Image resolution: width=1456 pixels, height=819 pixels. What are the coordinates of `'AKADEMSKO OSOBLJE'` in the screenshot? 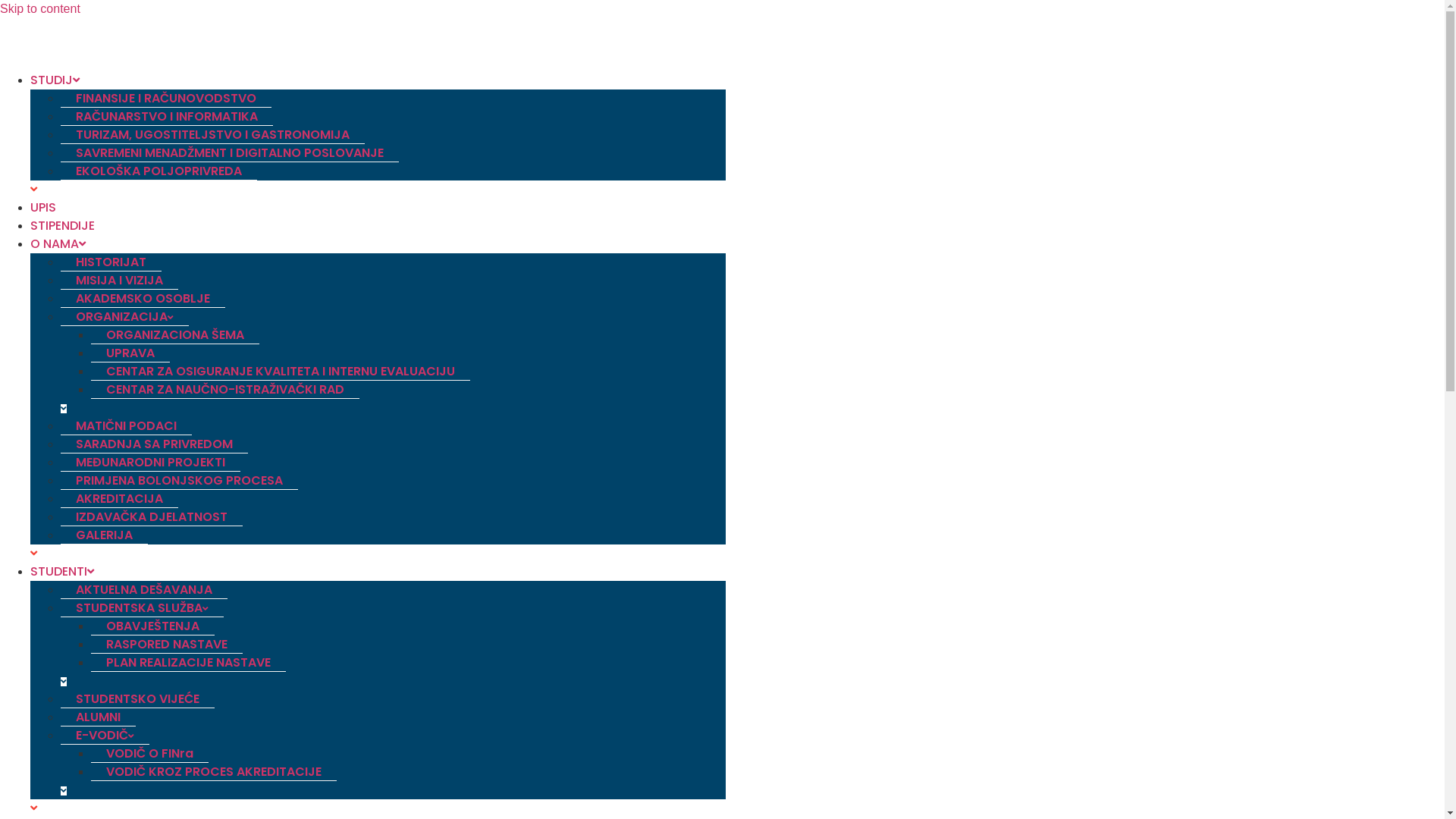 It's located at (61, 298).